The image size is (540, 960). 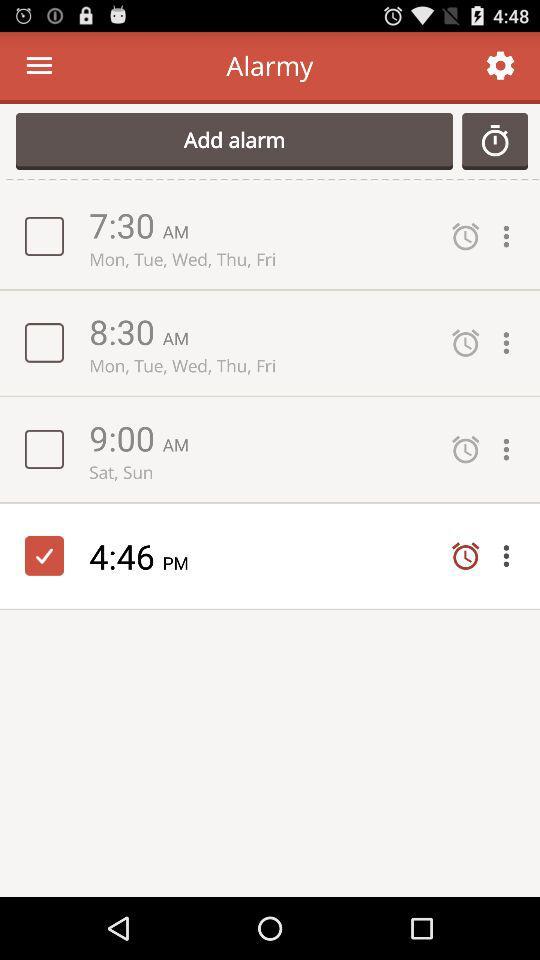 I want to click on icon next to am item, so click(x=125, y=437).